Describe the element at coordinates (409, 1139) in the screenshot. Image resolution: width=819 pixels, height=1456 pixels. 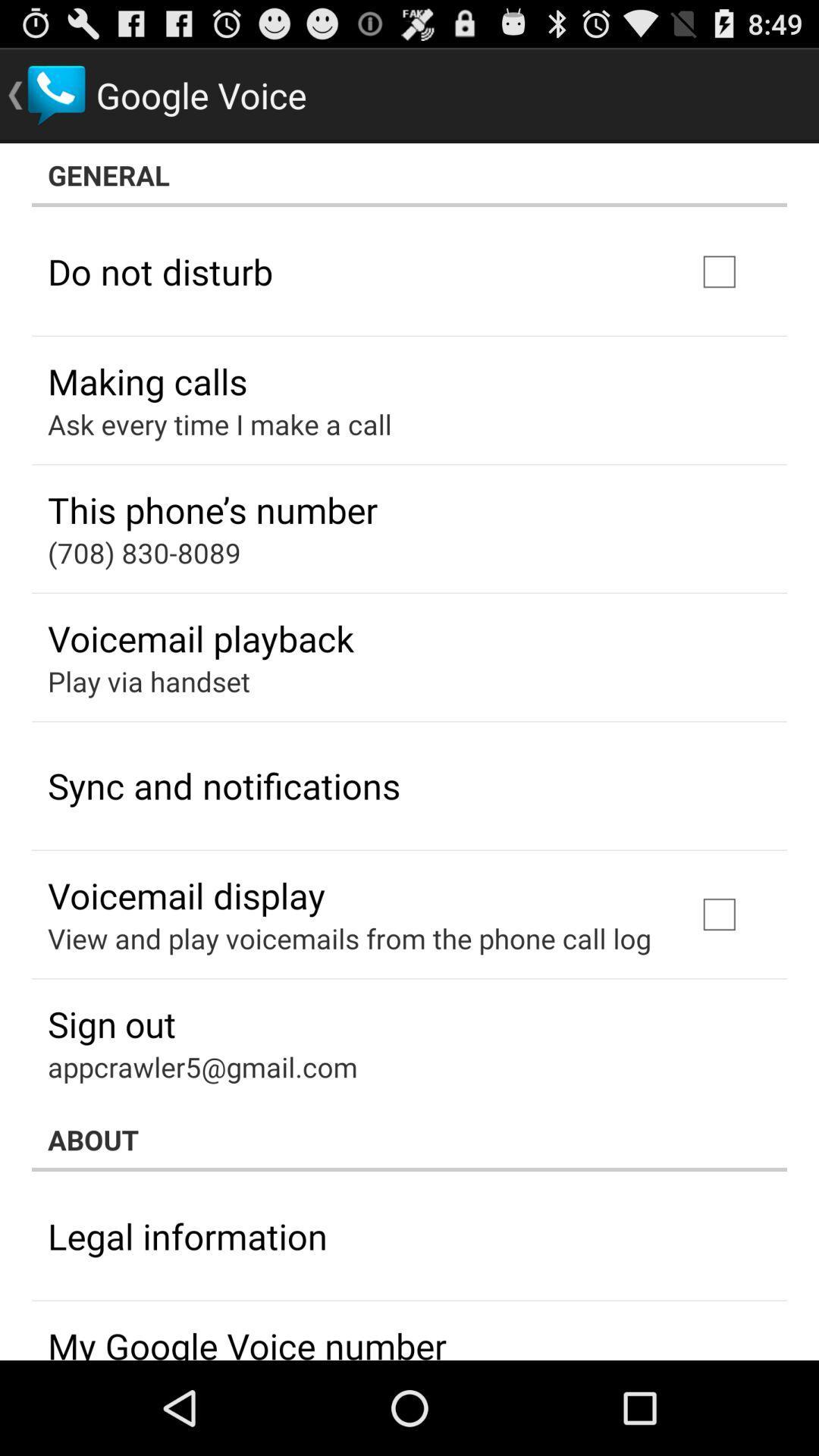
I see `item at the bottom` at that location.